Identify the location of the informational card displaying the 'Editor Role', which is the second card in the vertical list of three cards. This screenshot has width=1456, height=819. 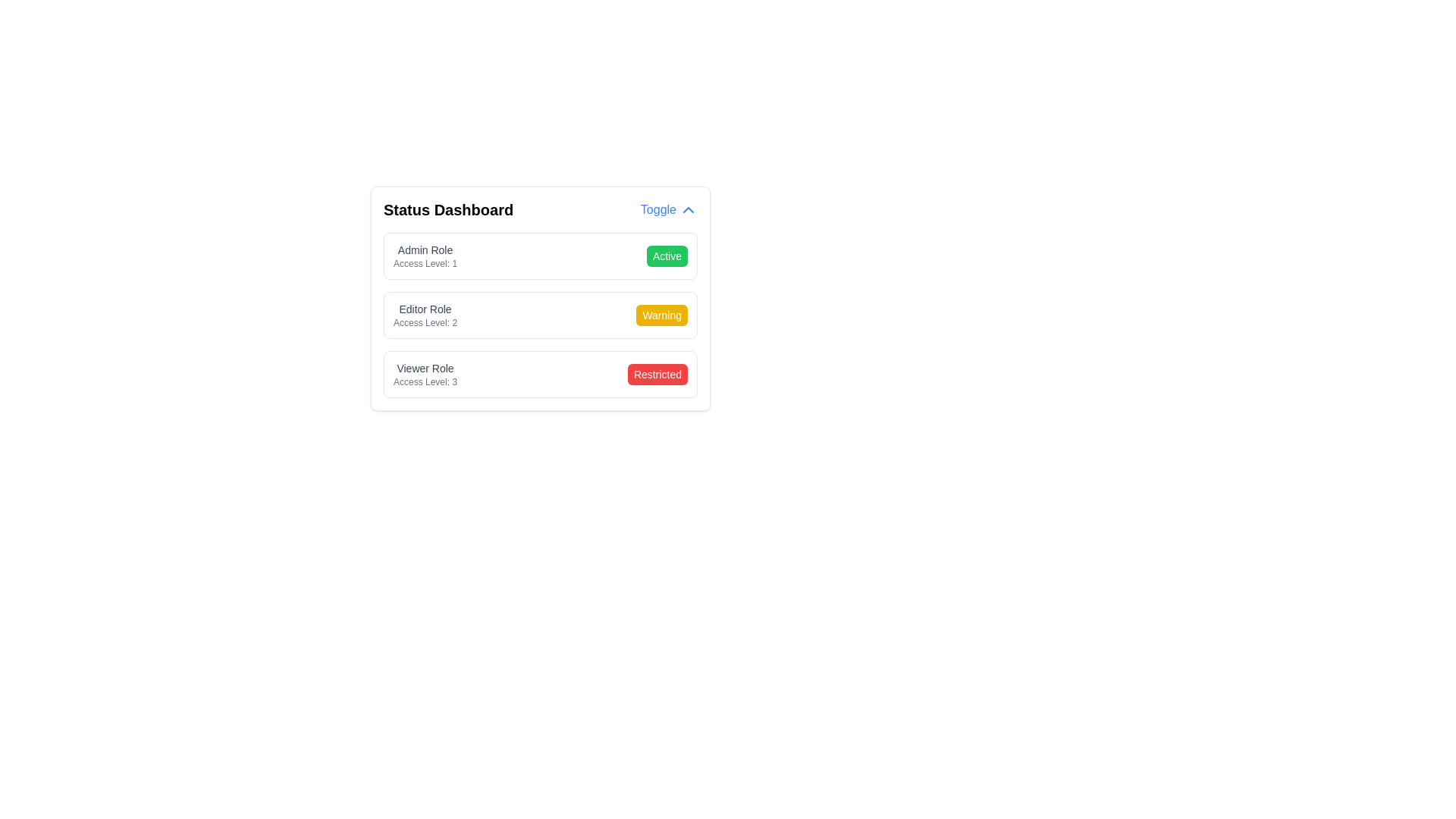
(541, 298).